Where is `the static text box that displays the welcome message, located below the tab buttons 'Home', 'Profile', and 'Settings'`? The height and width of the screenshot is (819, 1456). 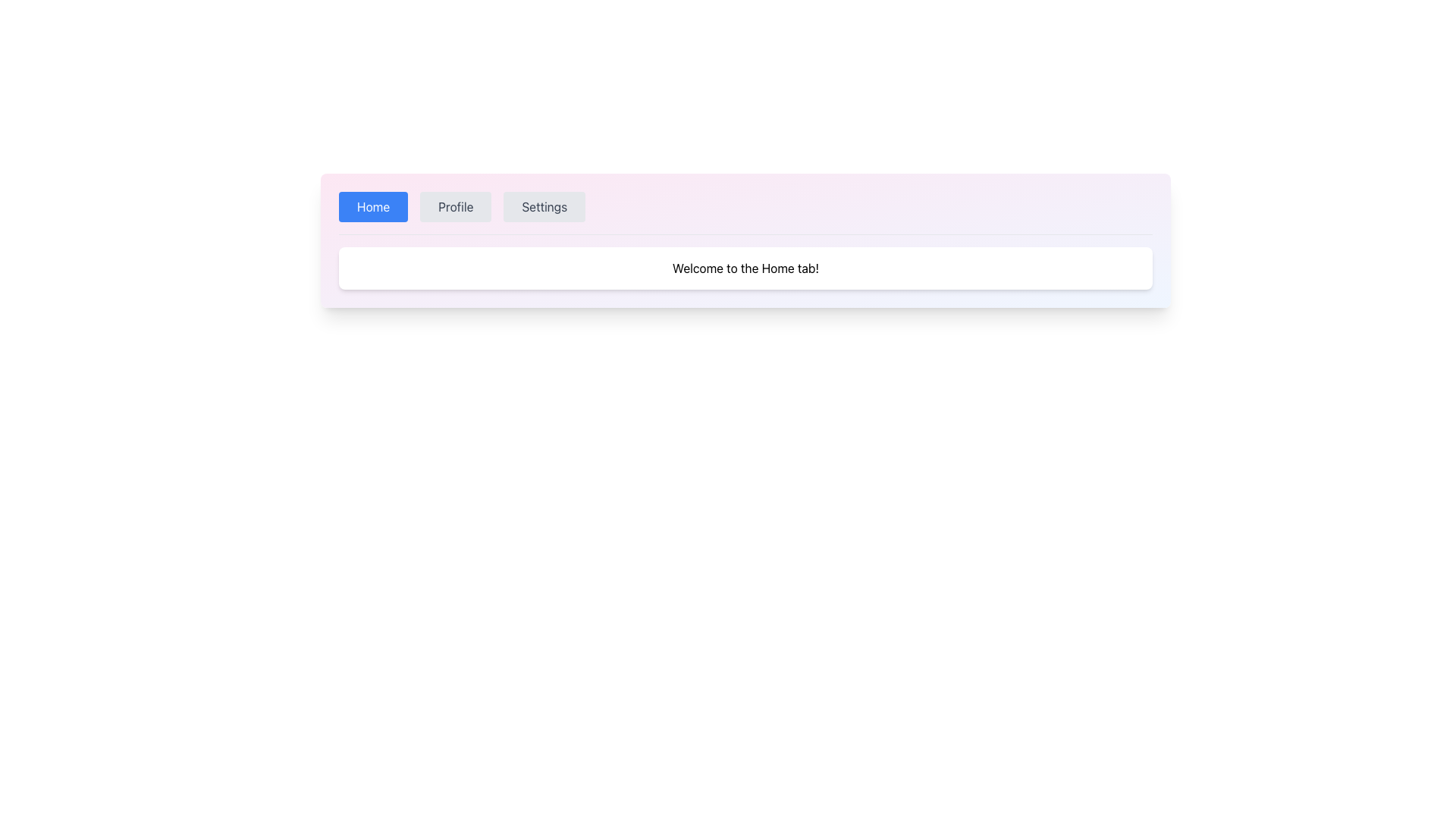
the static text box that displays the welcome message, located below the tab buttons 'Home', 'Profile', and 'Settings' is located at coordinates (745, 268).